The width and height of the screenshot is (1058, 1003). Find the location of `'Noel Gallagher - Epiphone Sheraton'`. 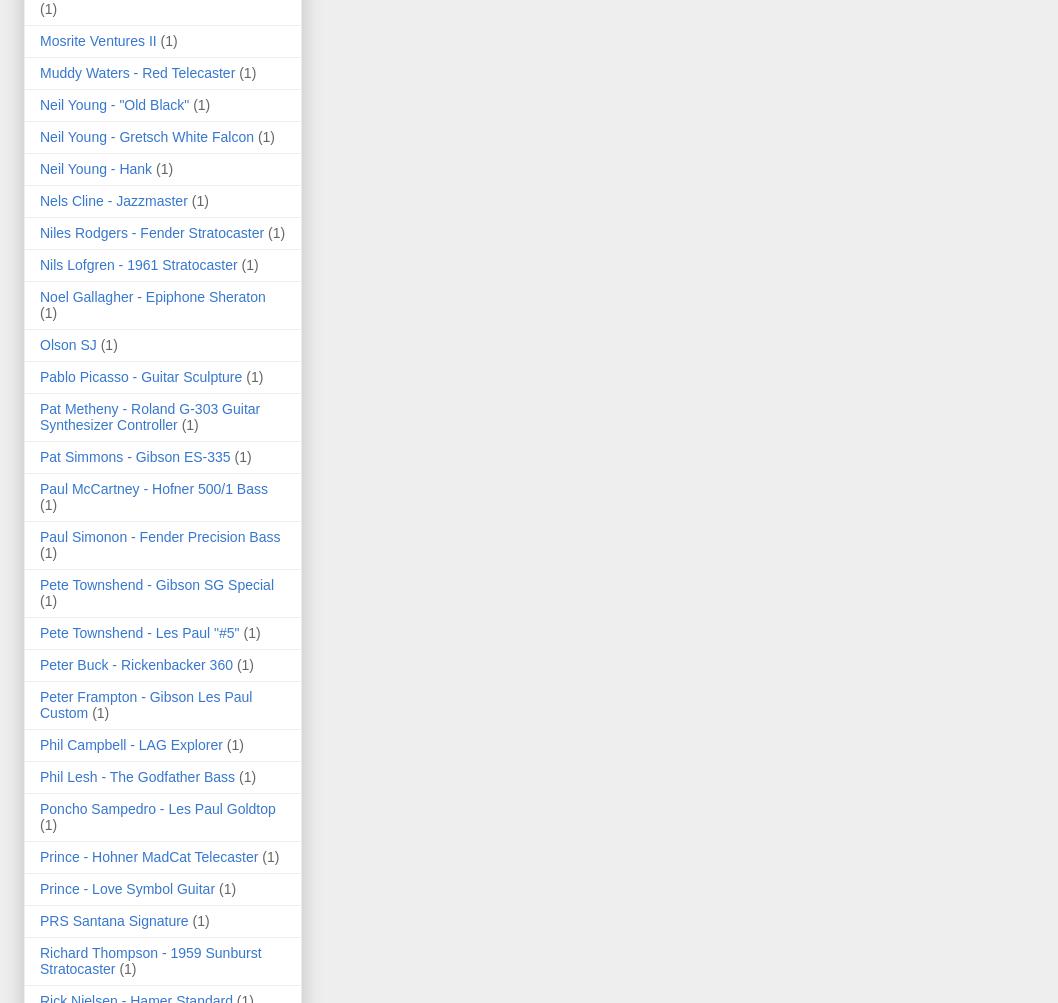

'Noel Gallagher - Epiphone Sheraton' is located at coordinates (39, 295).